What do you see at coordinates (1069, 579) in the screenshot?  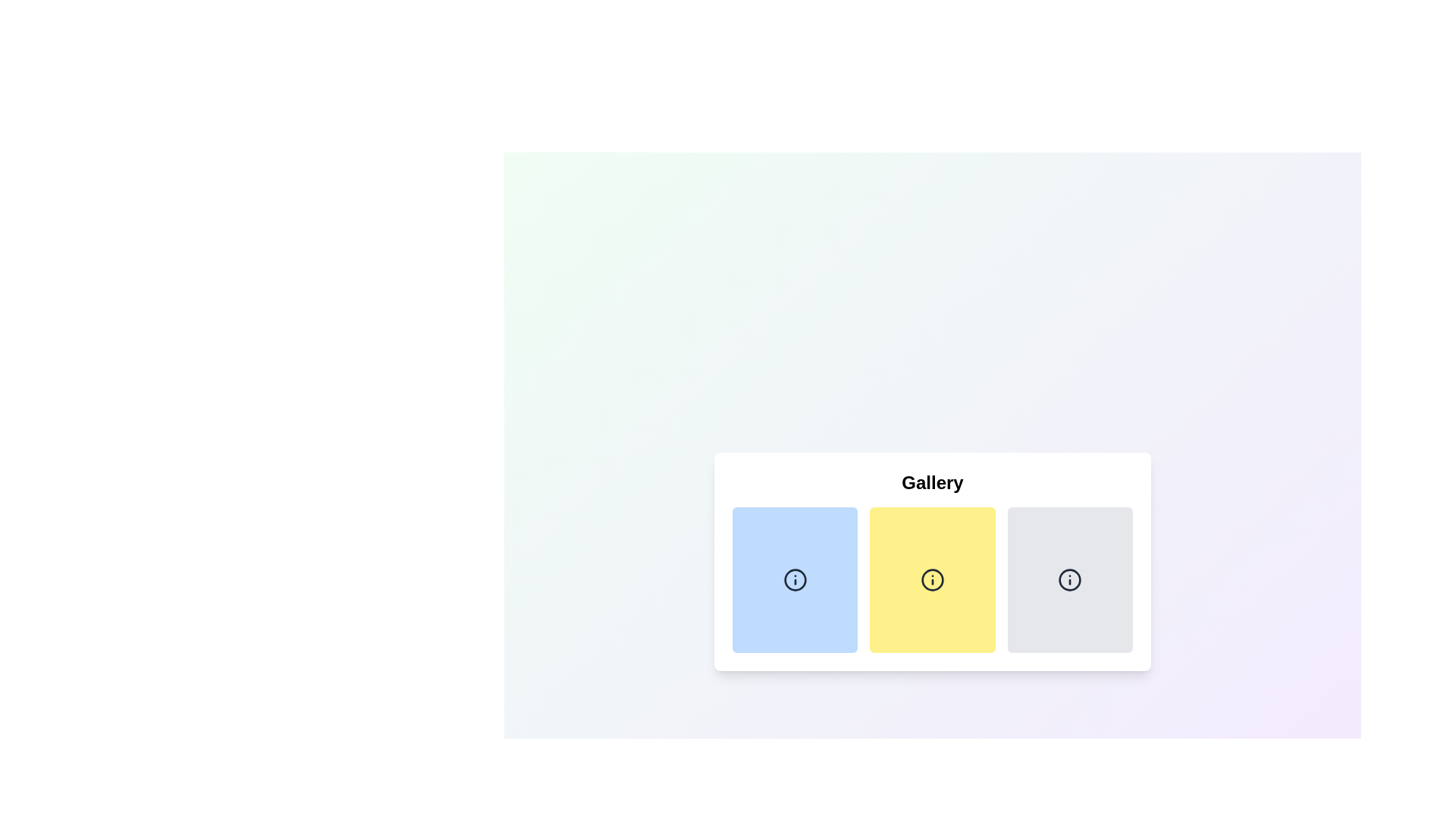 I see `the circular icon with an encircled letter 'i' in a light gray rounded rectangle to trigger a tooltip or highlight` at bounding box center [1069, 579].